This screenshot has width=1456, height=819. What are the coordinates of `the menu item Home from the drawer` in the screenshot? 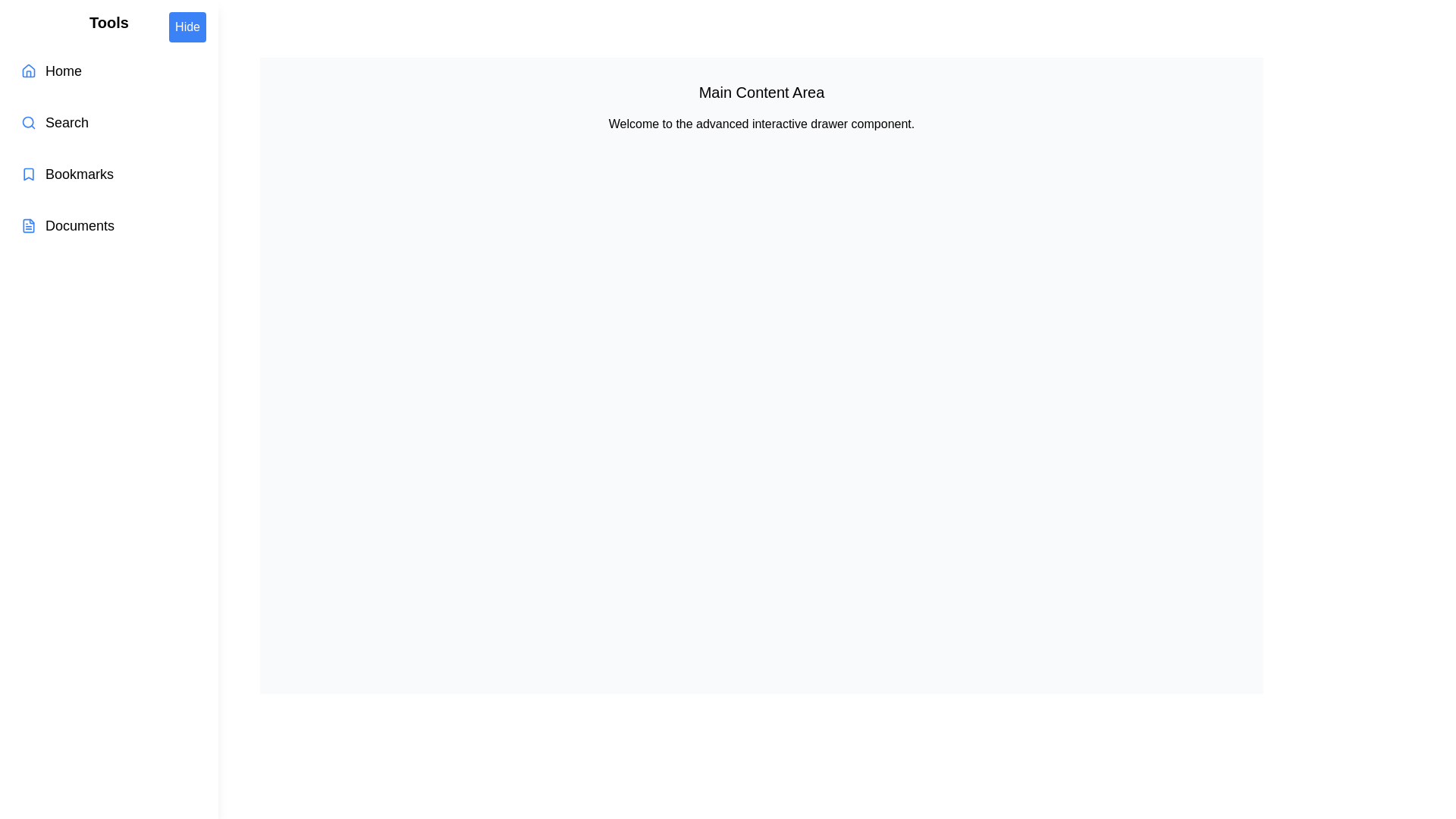 It's located at (108, 71).